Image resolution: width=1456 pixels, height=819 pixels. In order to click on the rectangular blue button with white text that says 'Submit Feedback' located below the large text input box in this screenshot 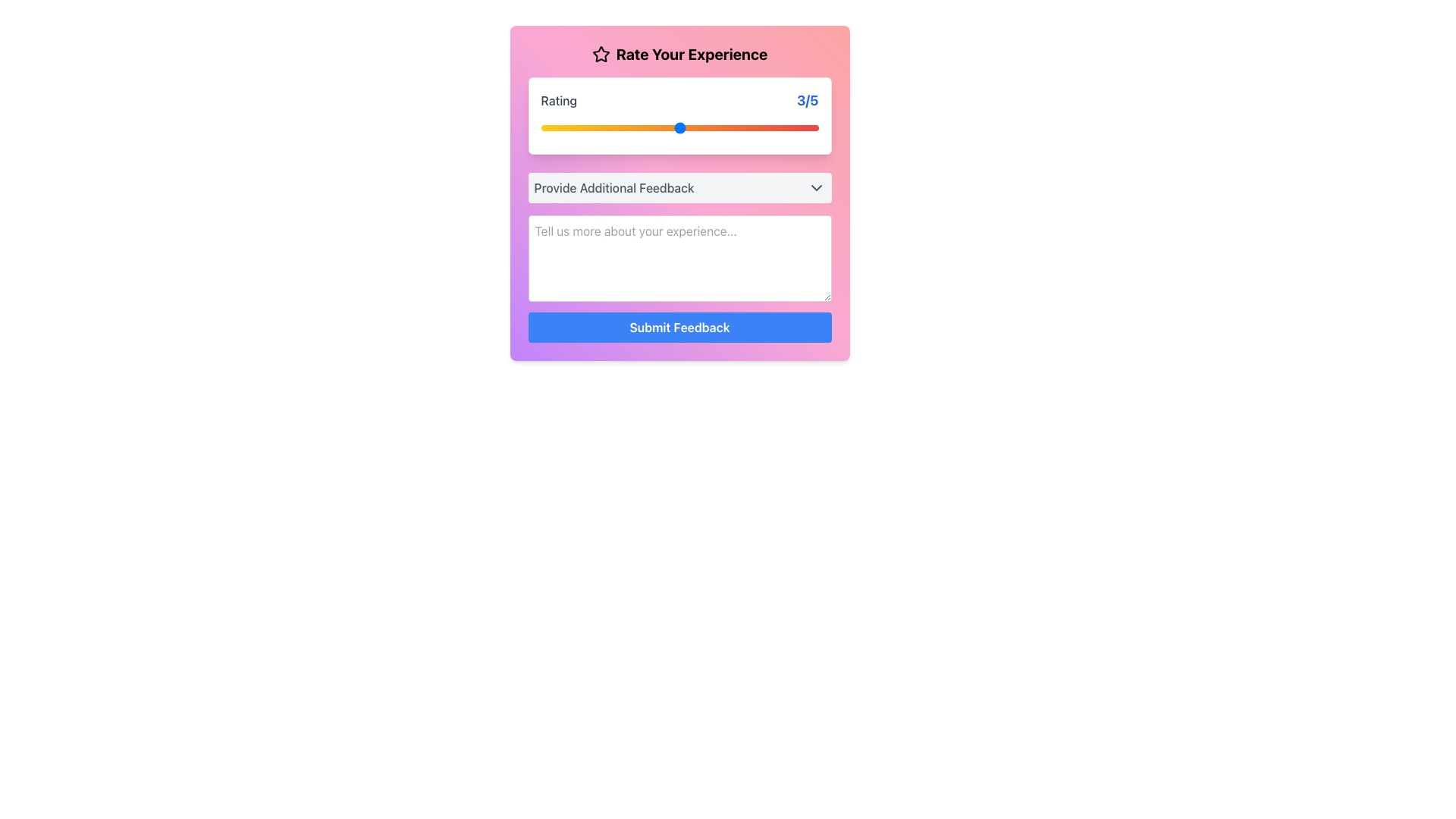, I will do `click(679, 327)`.